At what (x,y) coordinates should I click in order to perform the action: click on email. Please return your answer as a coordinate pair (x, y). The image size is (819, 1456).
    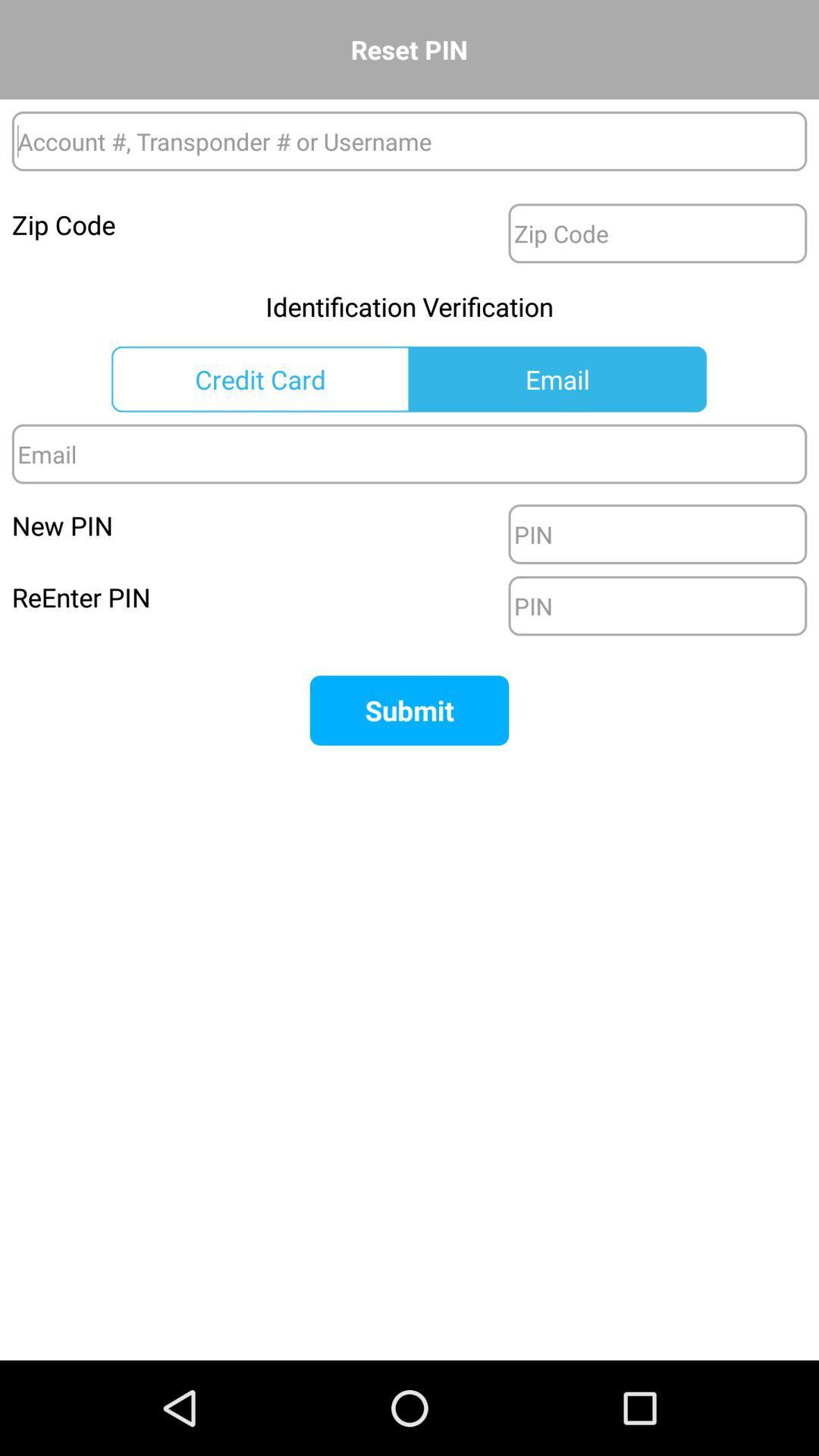
    Looking at the image, I should click on (409, 453).